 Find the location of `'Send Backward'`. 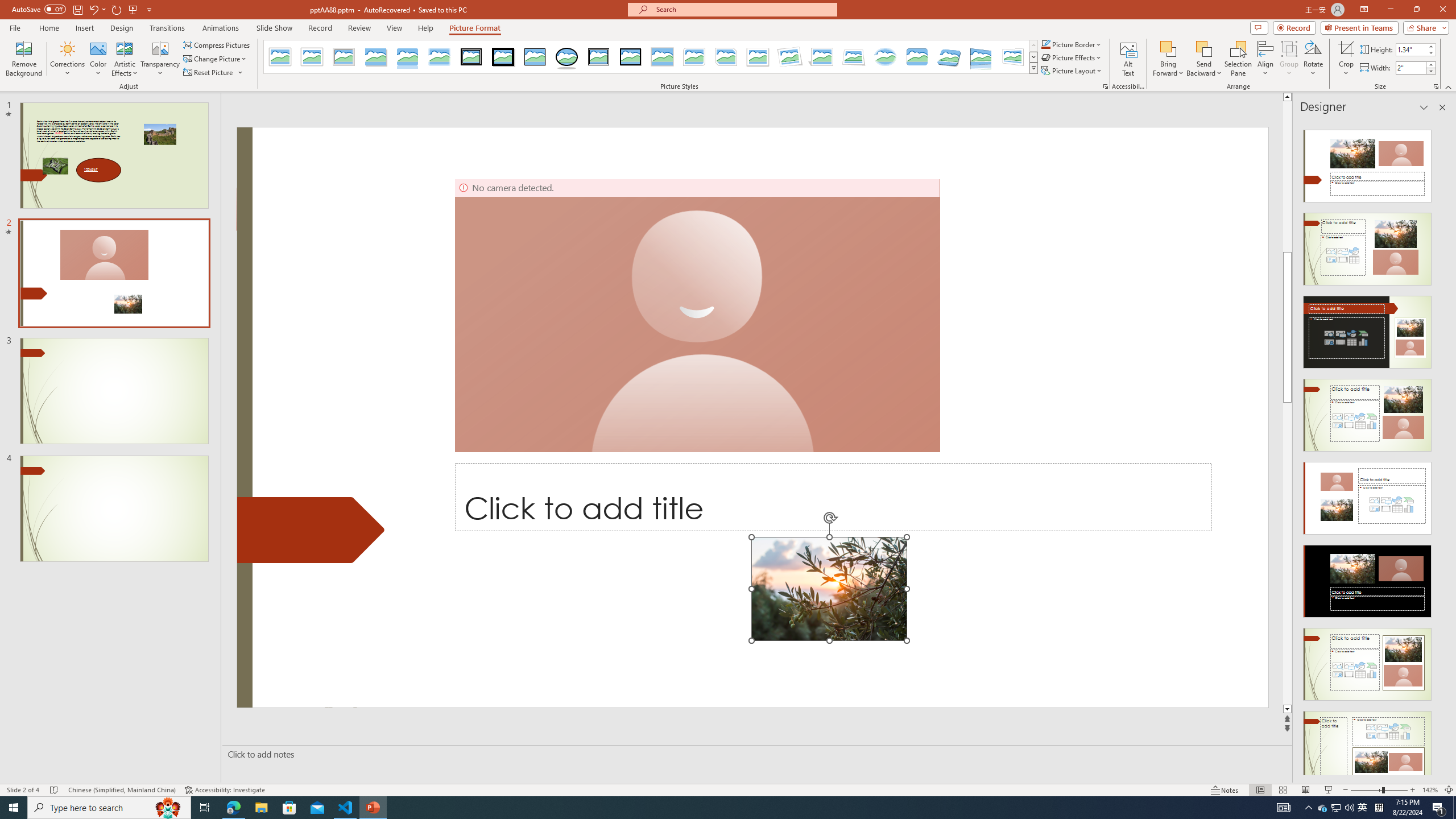

'Send Backward' is located at coordinates (1203, 59).